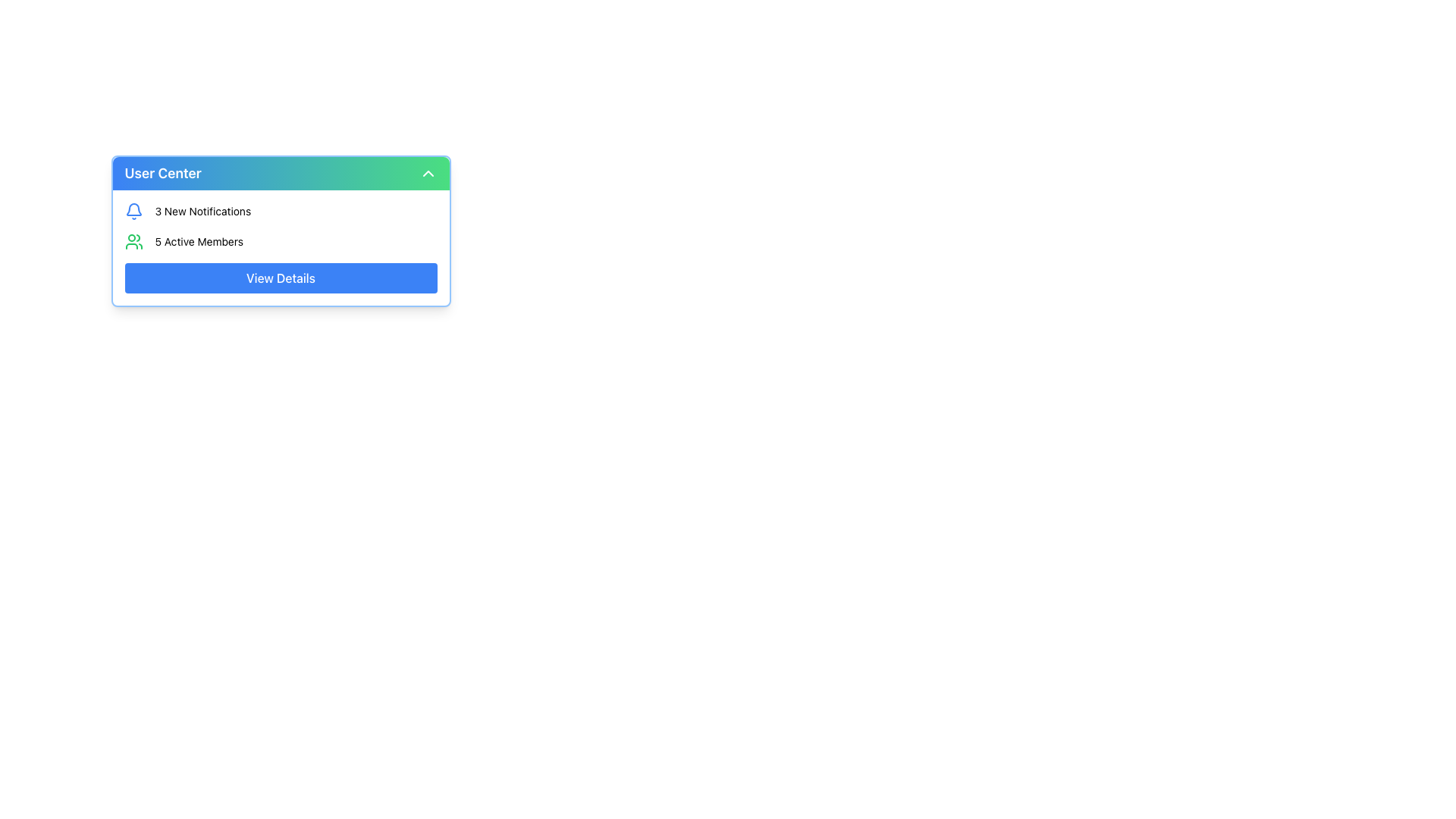 This screenshot has width=1456, height=819. Describe the element at coordinates (202, 211) in the screenshot. I see `the text label displaying '3 New Notifications' located in the 'User Center' section, positioned to the right of the notification icon` at that location.